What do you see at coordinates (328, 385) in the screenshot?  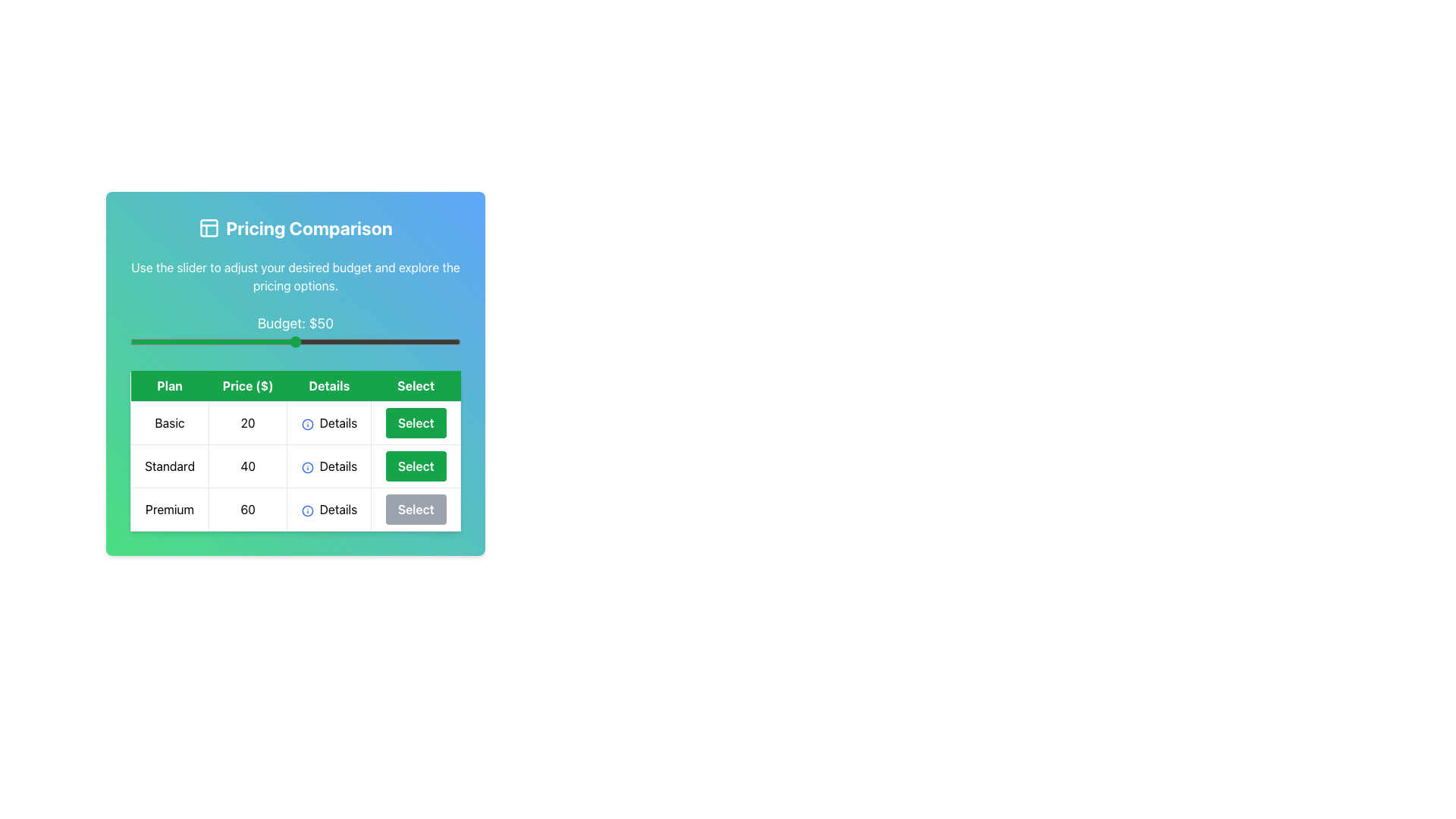 I see `the third column header cell labeled 'Details' in the table, which is positioned between 'Price ($)' and 'Select'` at bounding box center [328, 385].